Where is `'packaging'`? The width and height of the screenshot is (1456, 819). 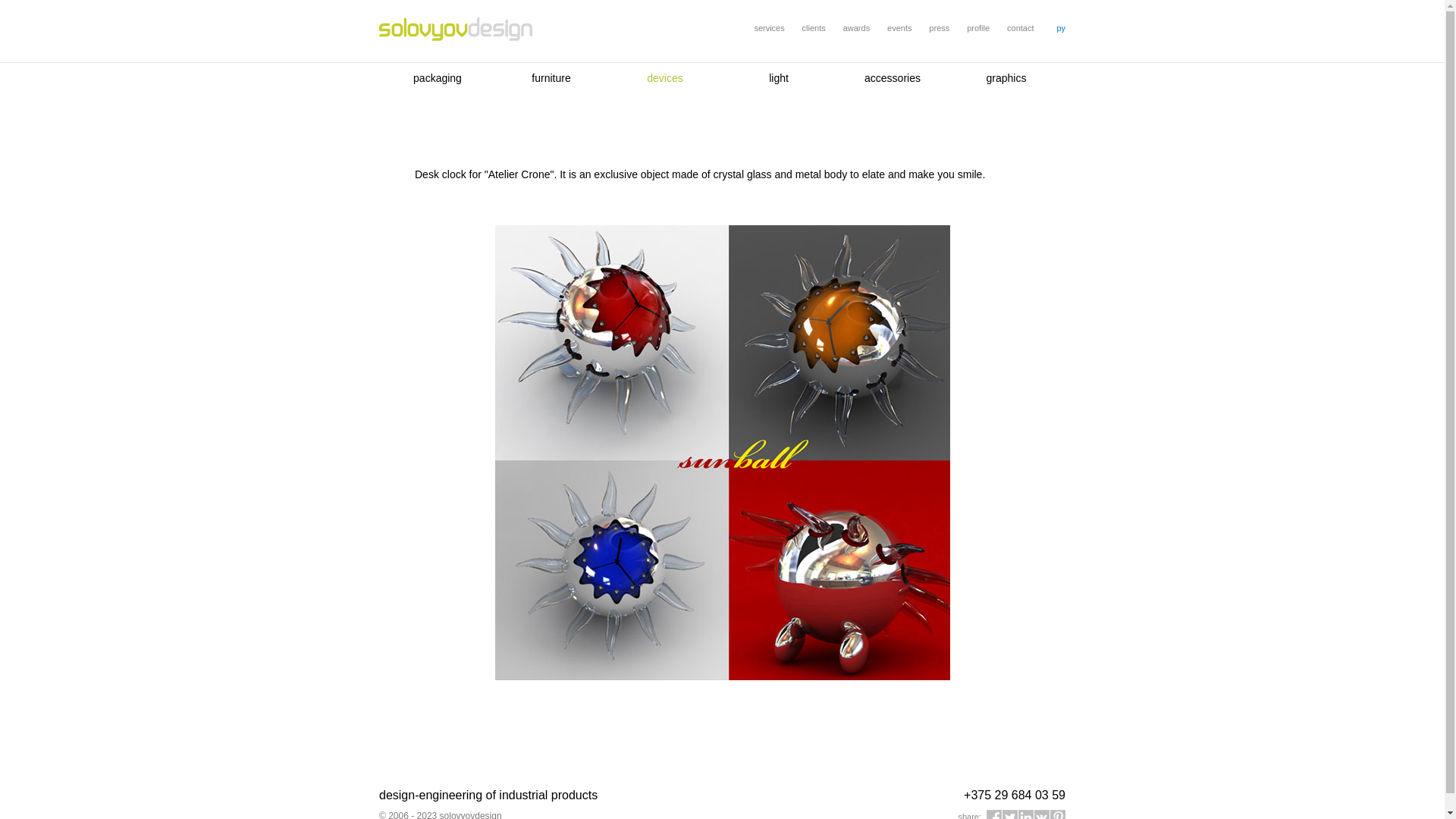
'packaging' is located at coordinates (436, 78).